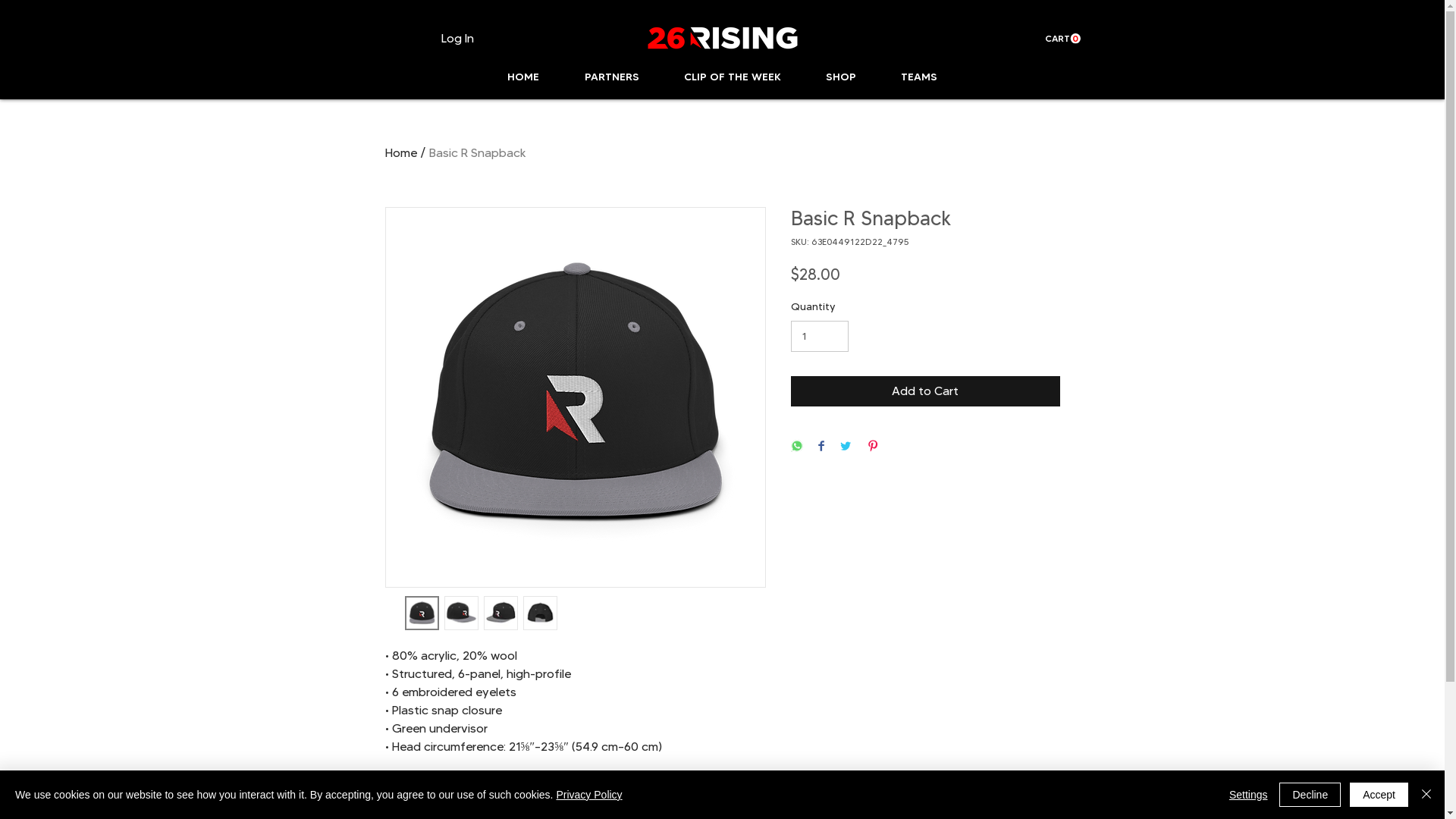 The image size is (1456, 819). Describe the element at coordinates (588, 794) in the screenshot. I see `'Privacy Policy'` at that location.